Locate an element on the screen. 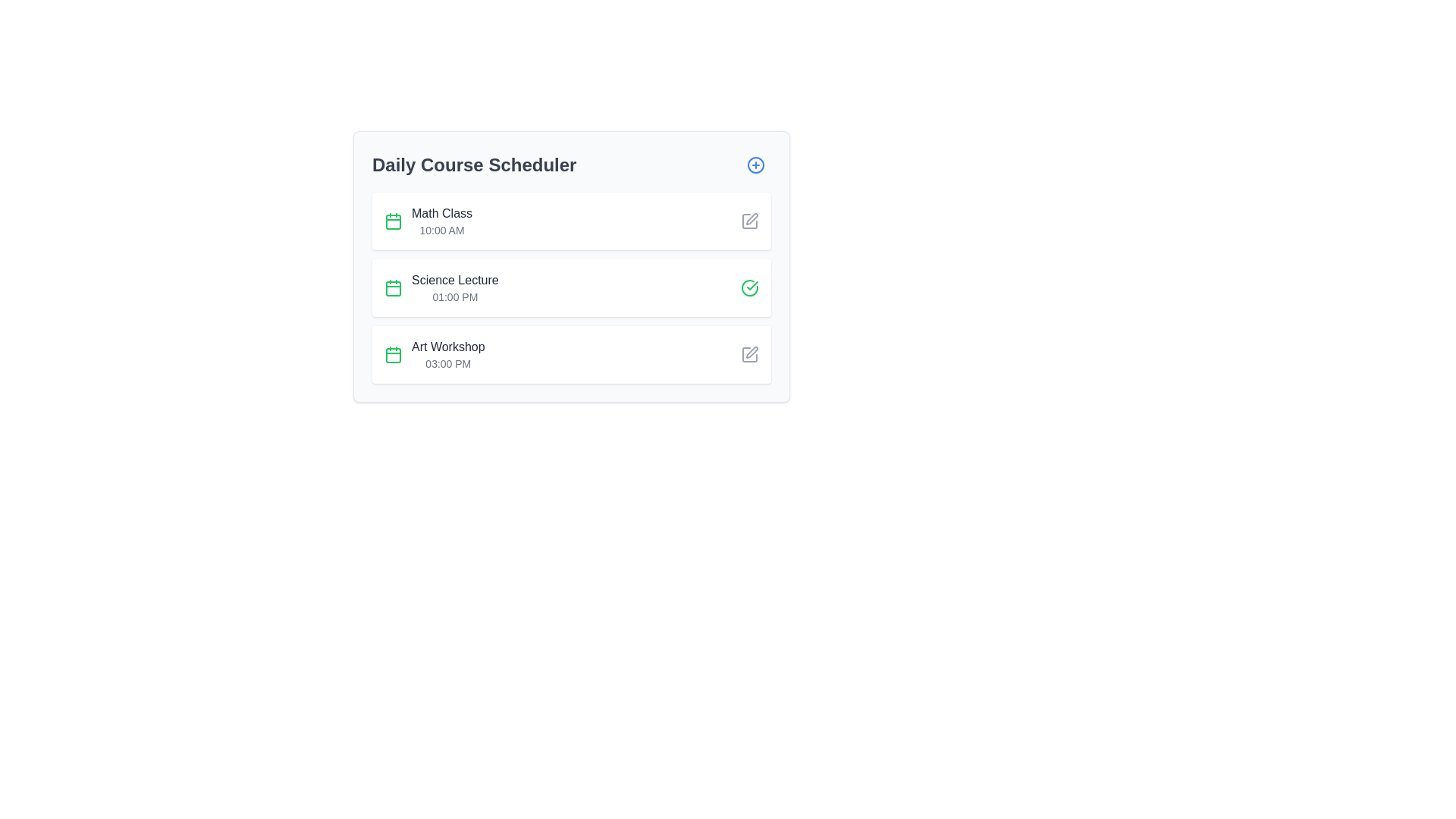 This screenshot has width=1456, height=819. the first list item in the 'Daily Course Scheduler' card, which displays 'Math Class' with a calendar icon is located at coordinates (428, 221).